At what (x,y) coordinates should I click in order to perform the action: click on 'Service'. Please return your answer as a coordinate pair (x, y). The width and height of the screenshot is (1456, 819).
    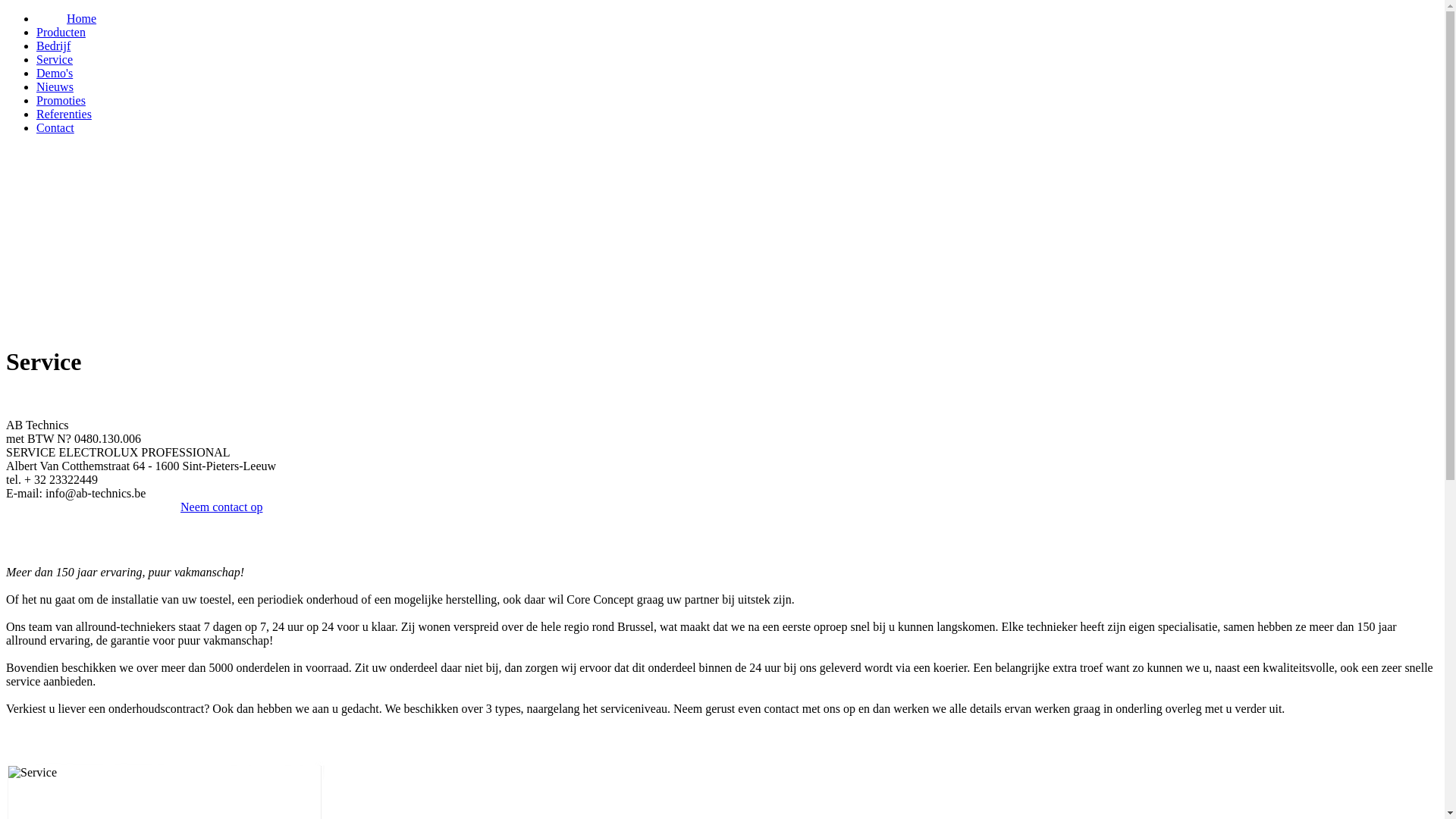
    Looking at the image, I should click on (55, 58).